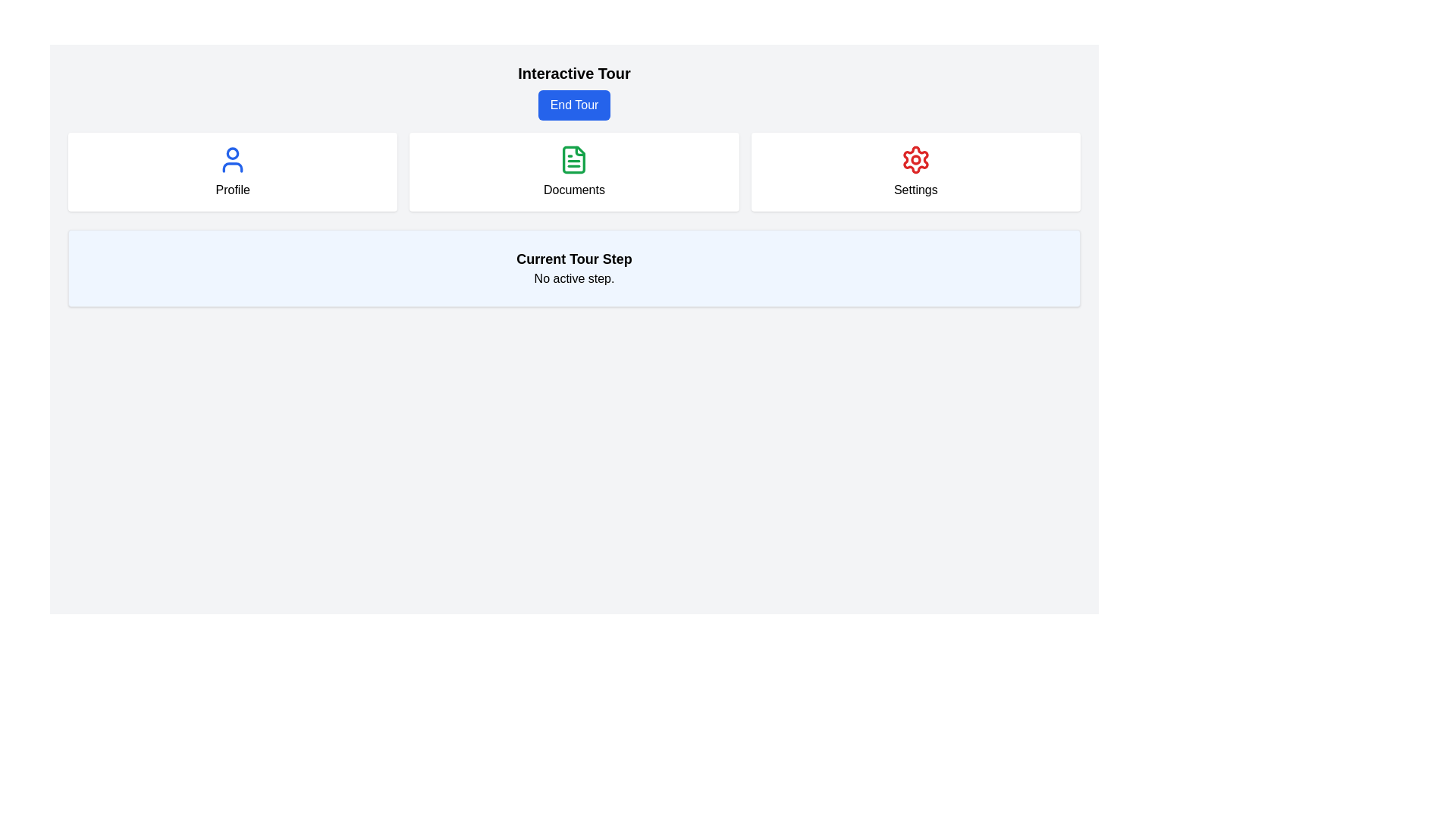 The height and width of the screenshot is (819, 1456). I want to click on the decorative circle graphic that is positioned in the center of the gear-shaped settings icon, which is the third icon from the left in the top row of the main layout, directly above the 'Settings' label text, so click(915, 160).